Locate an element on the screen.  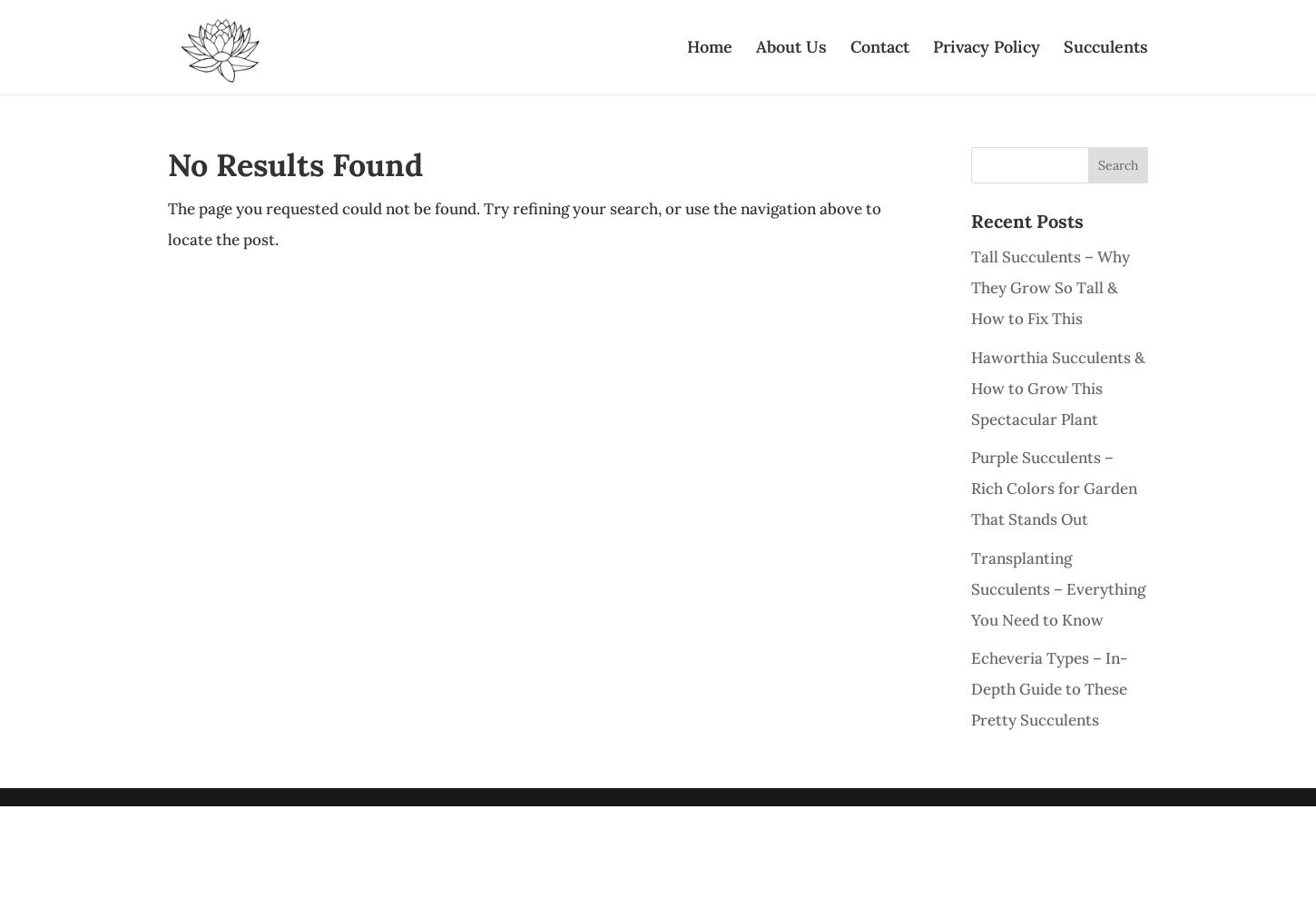
'No Results Found' is located at coordinates (295, 164).